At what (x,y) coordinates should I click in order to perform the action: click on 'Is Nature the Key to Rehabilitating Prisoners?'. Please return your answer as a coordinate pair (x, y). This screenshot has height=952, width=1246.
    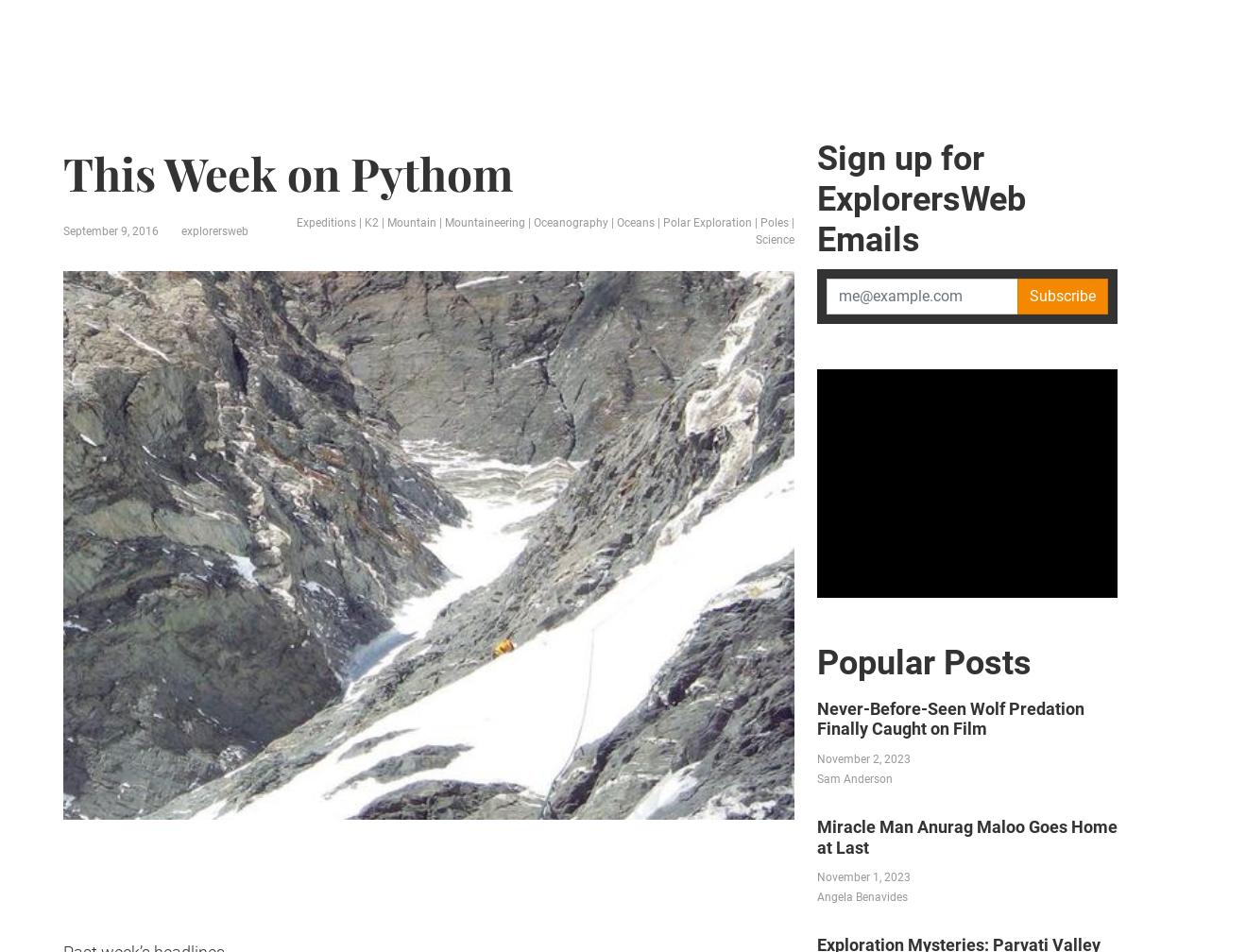
    Looking at the image, I should click on (229, 135).